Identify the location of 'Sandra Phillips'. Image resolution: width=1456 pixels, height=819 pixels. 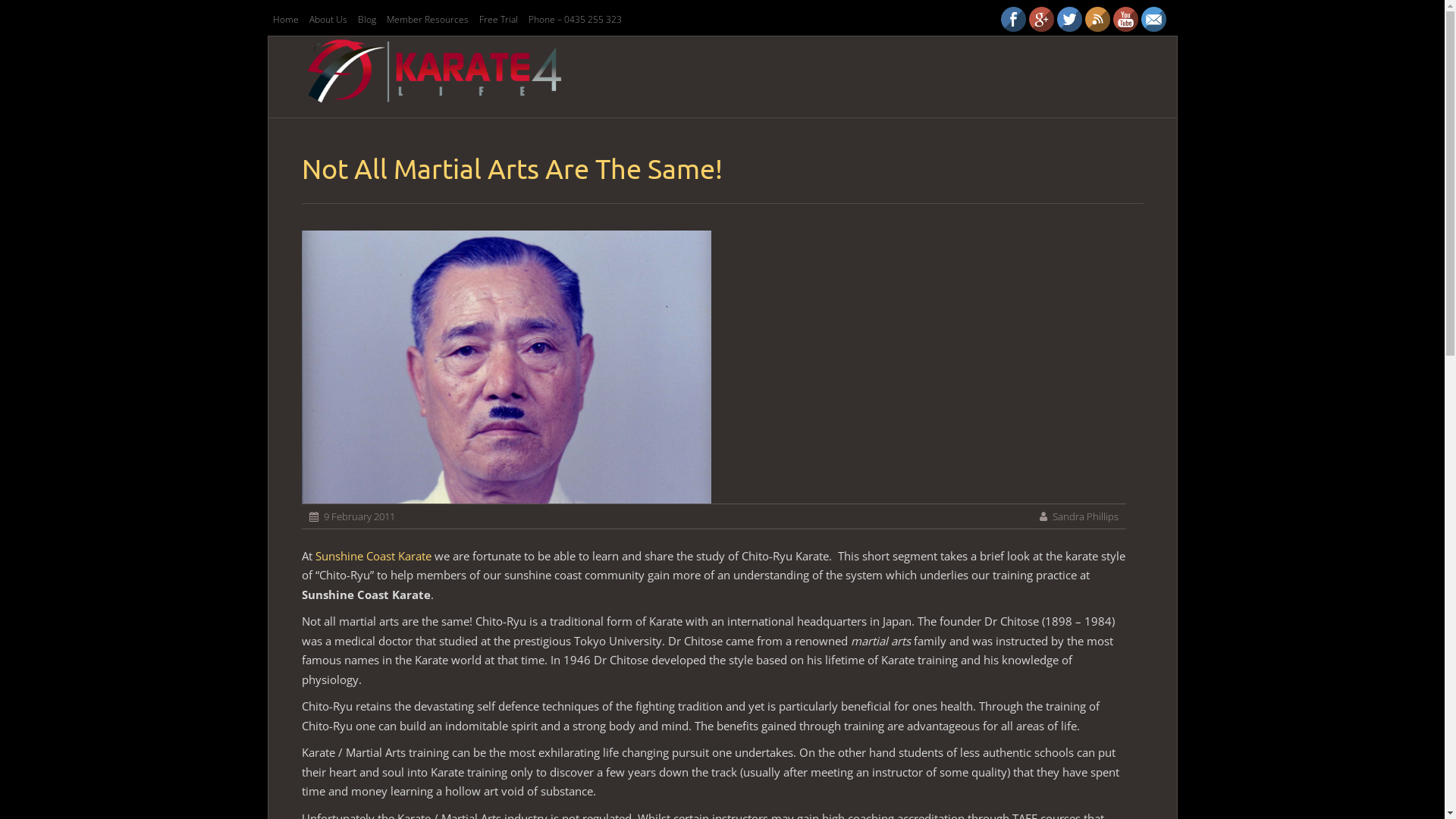
(1084, 516).